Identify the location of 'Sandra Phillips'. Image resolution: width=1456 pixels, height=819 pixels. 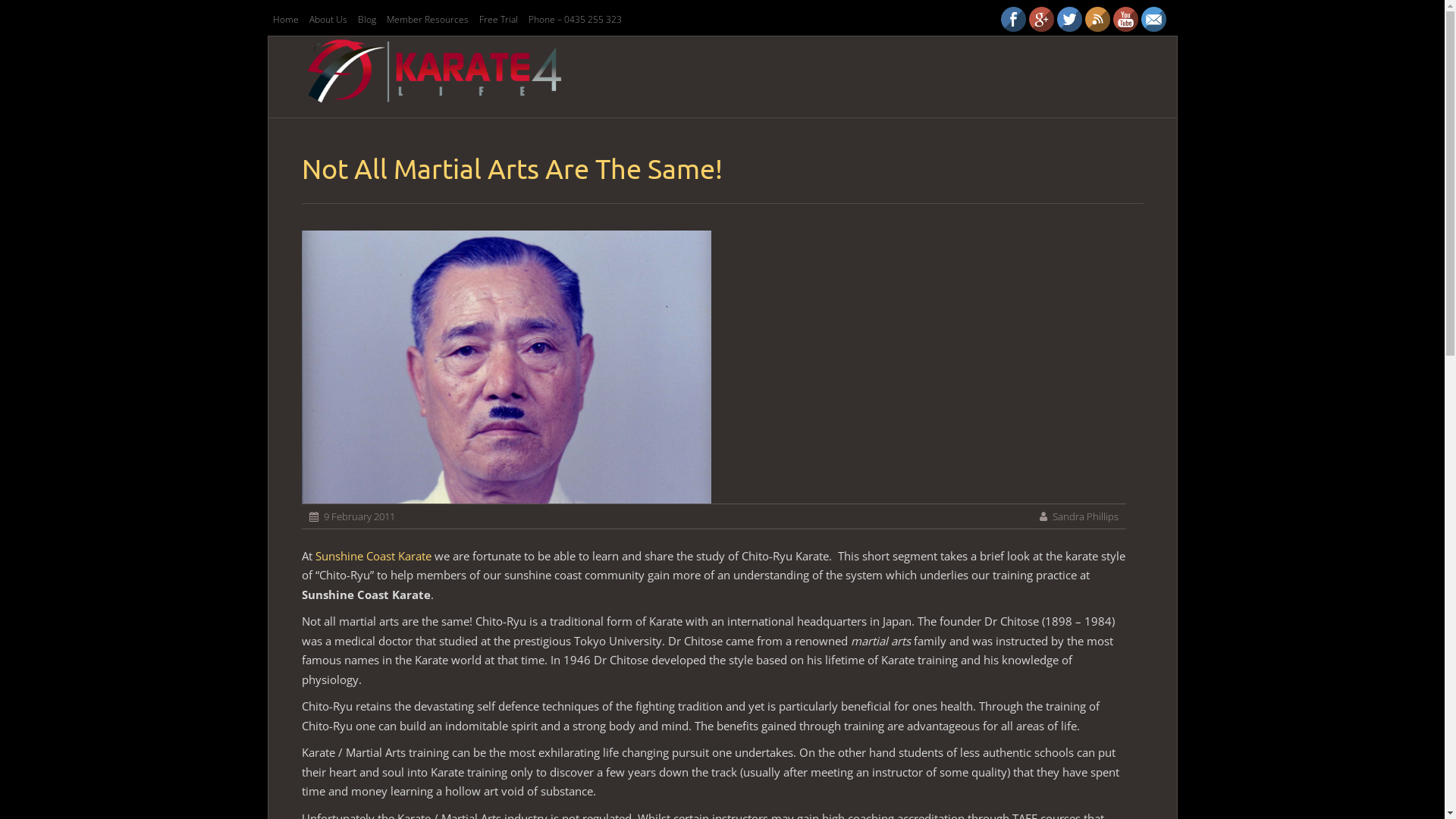
(1084, 516).